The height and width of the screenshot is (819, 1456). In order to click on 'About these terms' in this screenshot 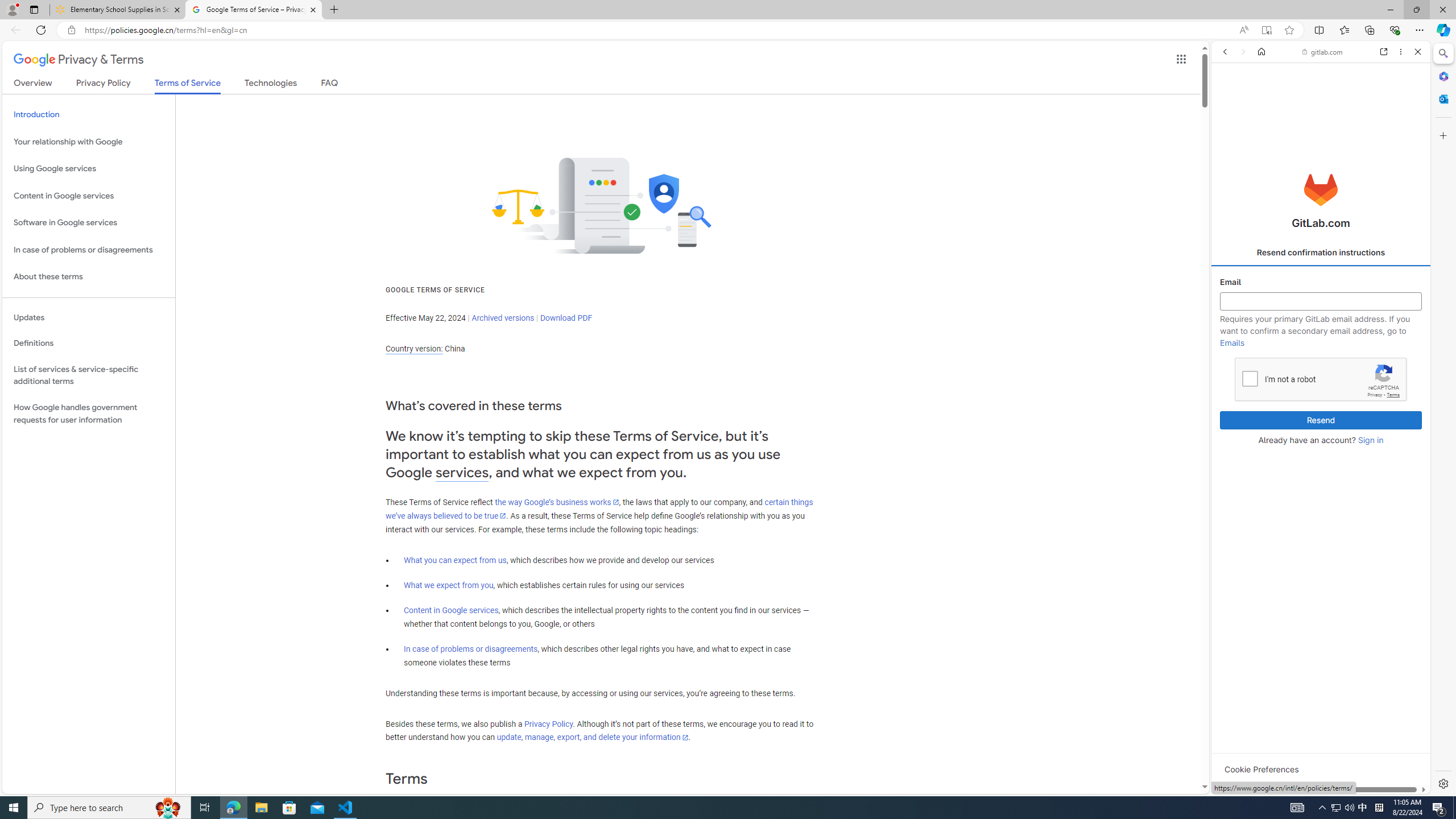, I will do `click(88, 276)`.